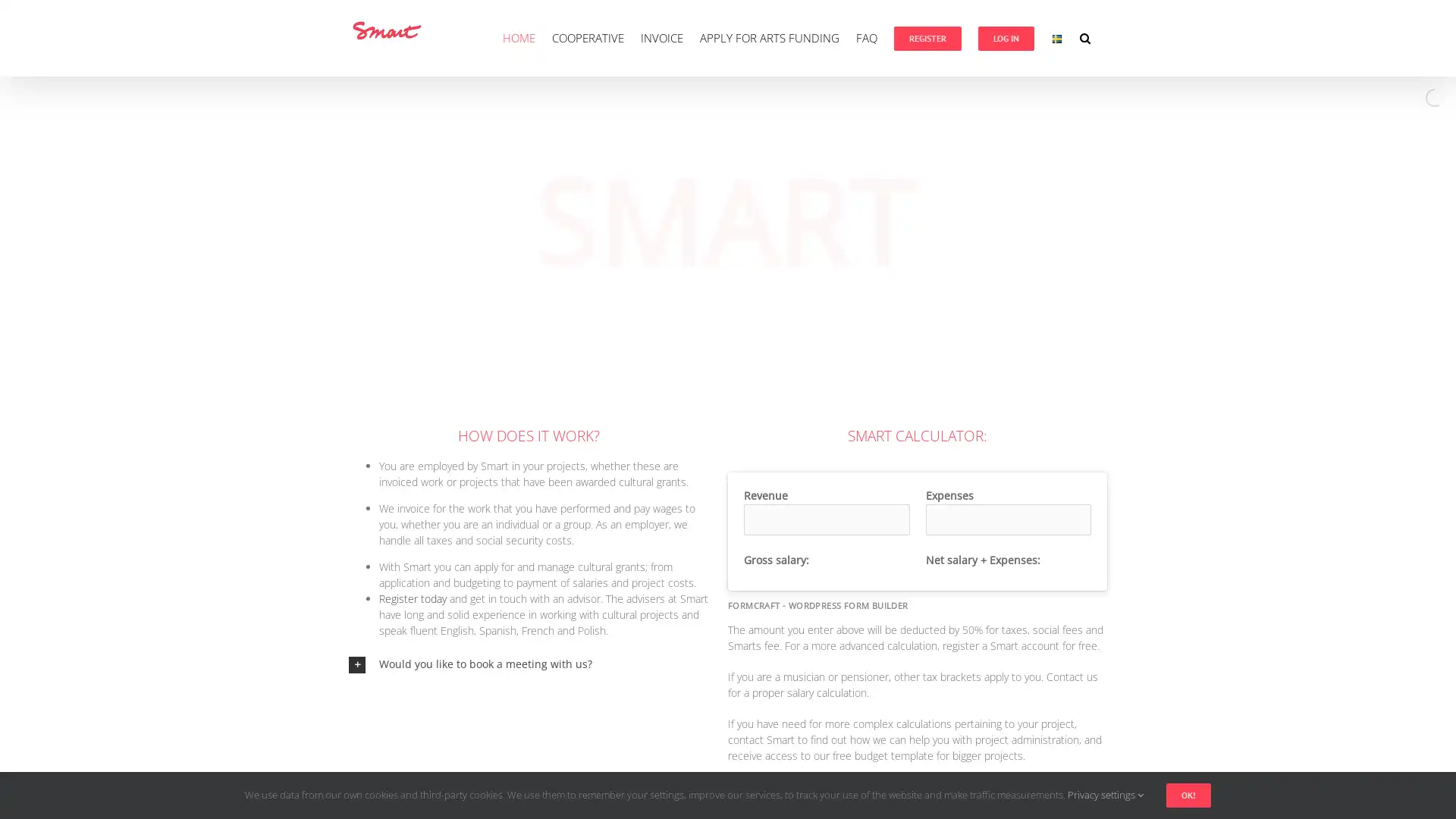  What do you see at coordinates (528, 663) in the screenshot?
I see `Would you like to book a meeting with us?` at bounding box center [528, 663].